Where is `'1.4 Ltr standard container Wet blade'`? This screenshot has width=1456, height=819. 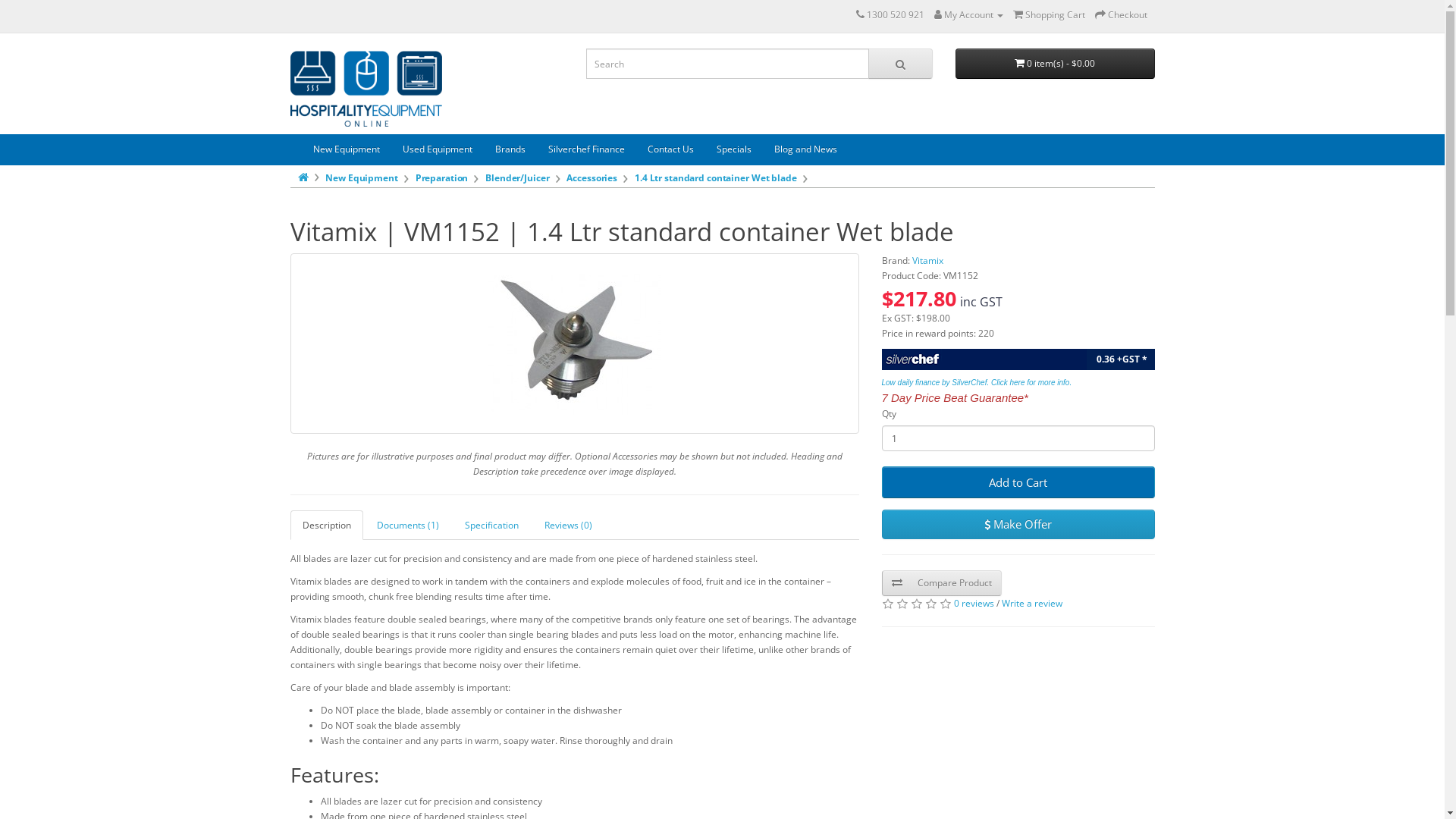
'1.4 Ltr standard container Wet blade' is located at coordinates (488, 343).